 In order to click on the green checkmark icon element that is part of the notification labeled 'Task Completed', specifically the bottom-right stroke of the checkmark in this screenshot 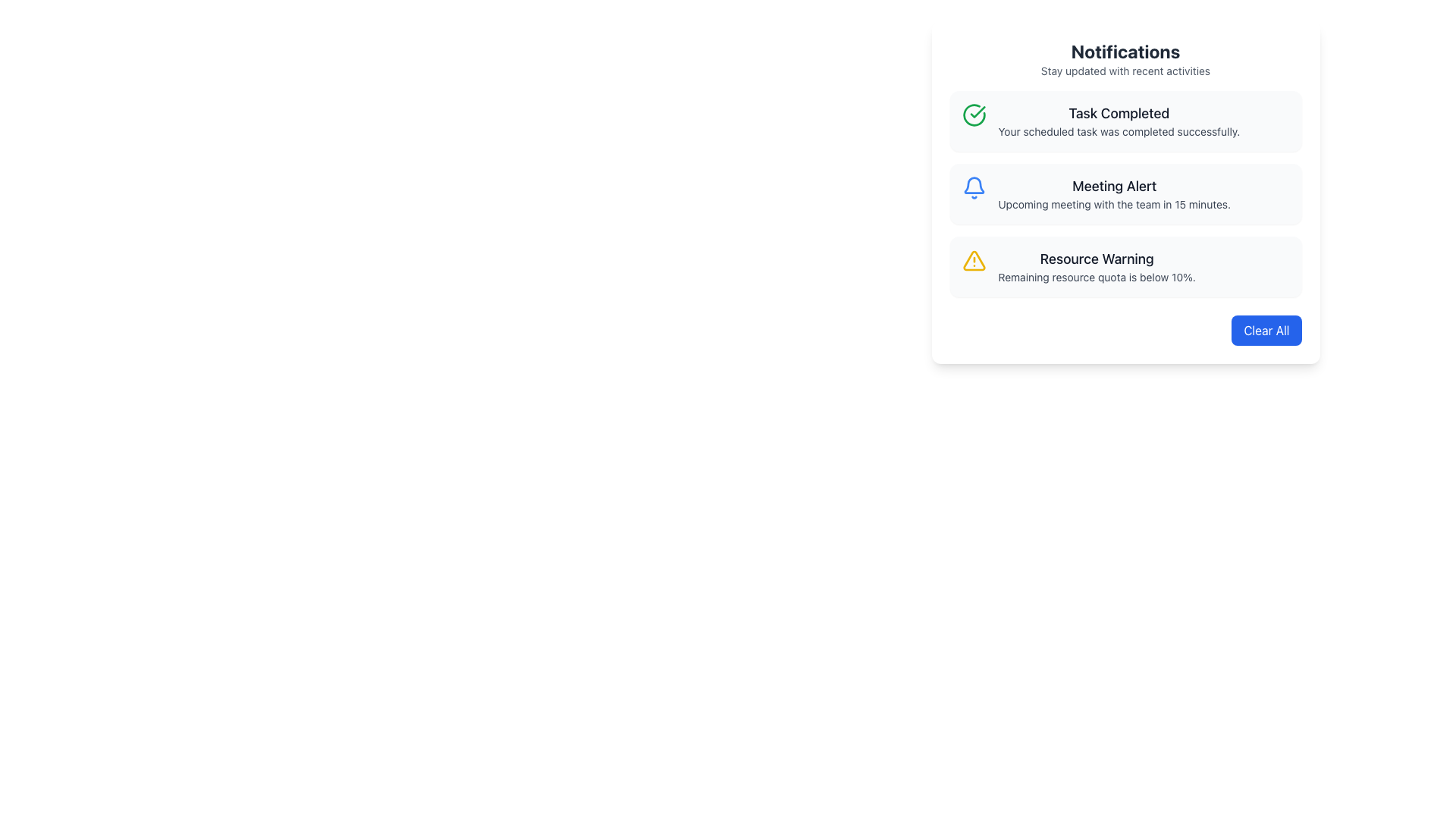, I will do `click(977, 111)`.